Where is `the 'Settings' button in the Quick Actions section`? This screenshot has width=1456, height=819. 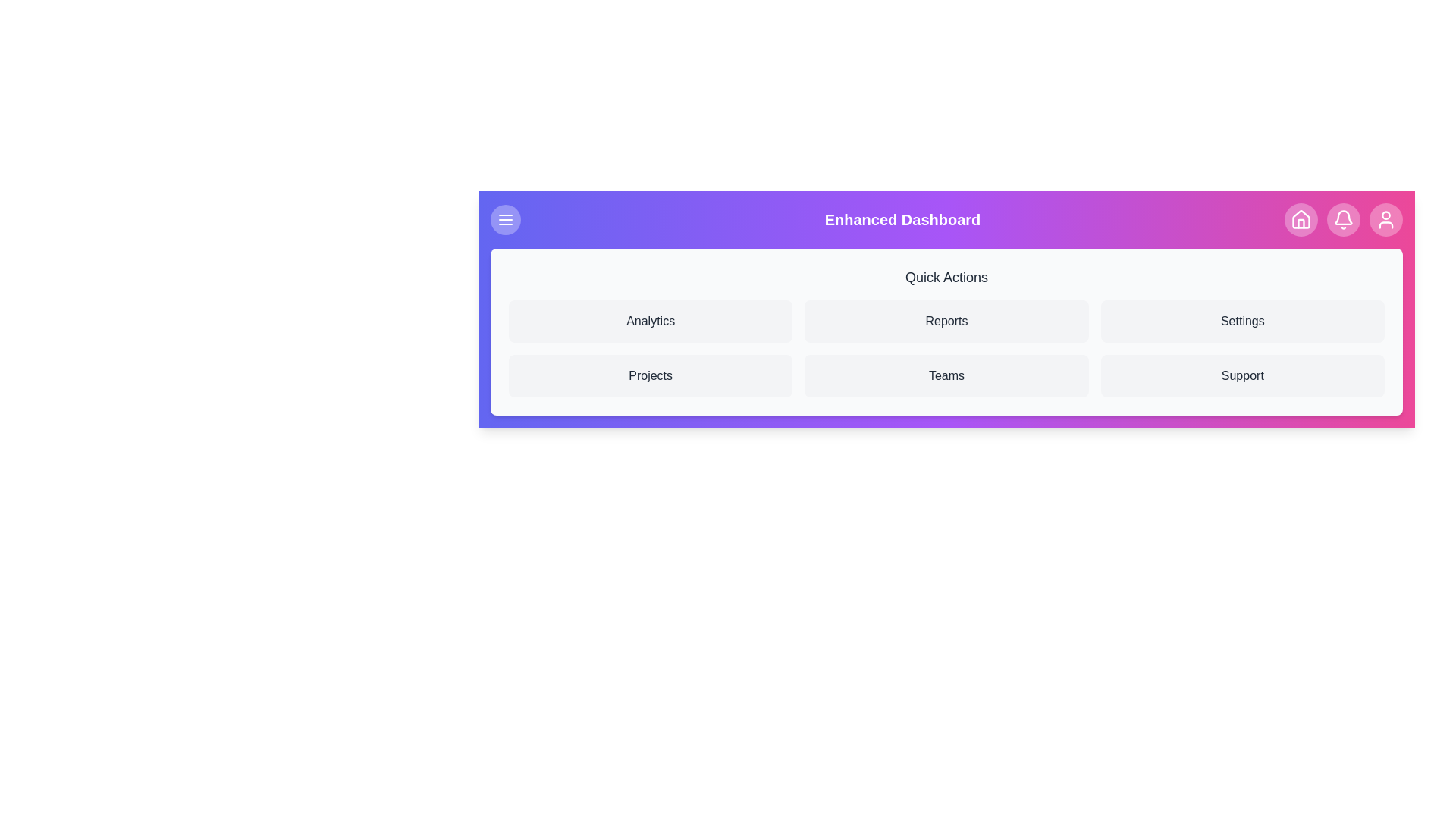
the 'Settings' button in the Quick Actions section is located at coordinates (1242, 321).